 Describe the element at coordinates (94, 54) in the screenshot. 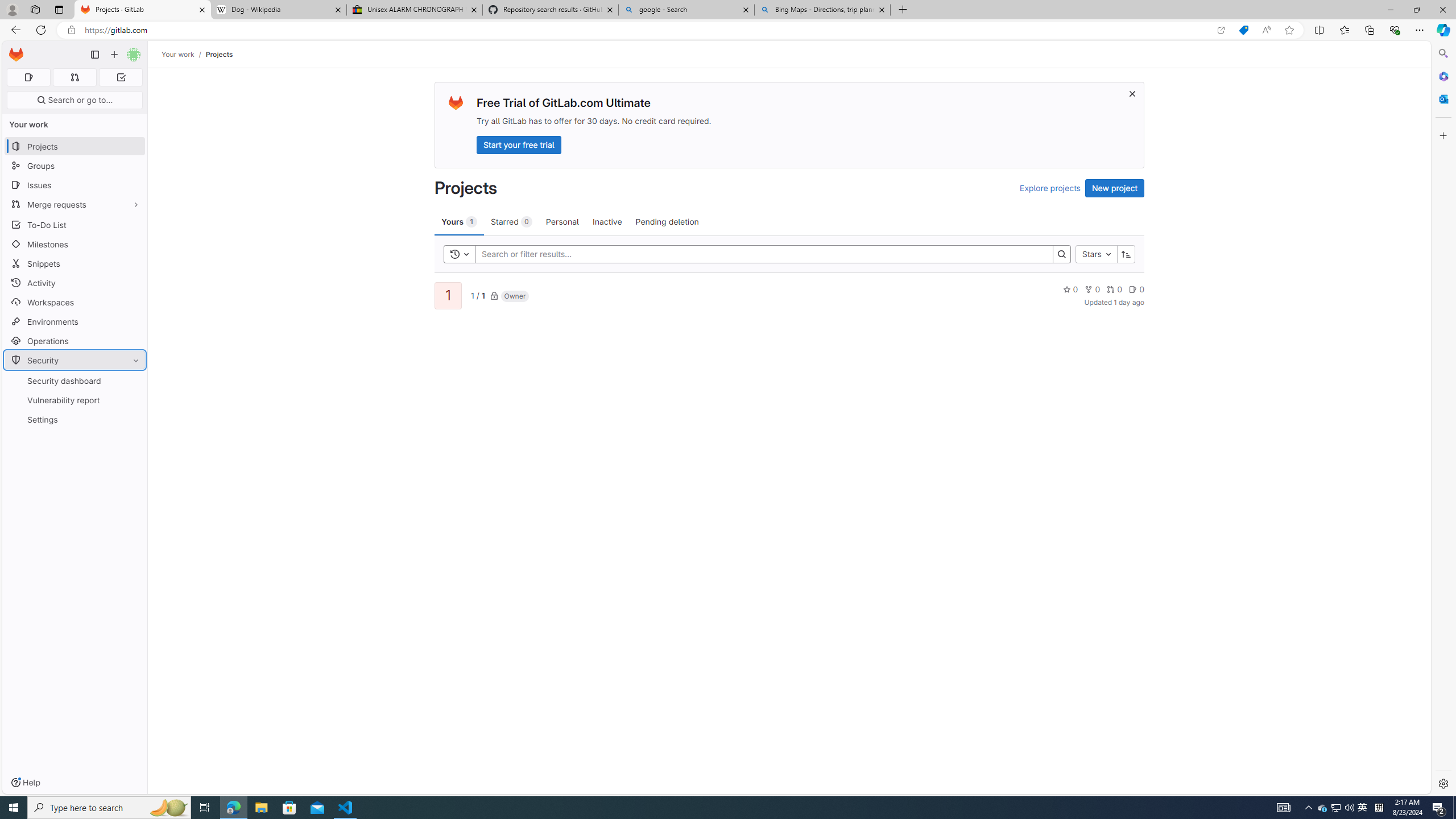

I see `'Primary navigation sidebar'` at that location.